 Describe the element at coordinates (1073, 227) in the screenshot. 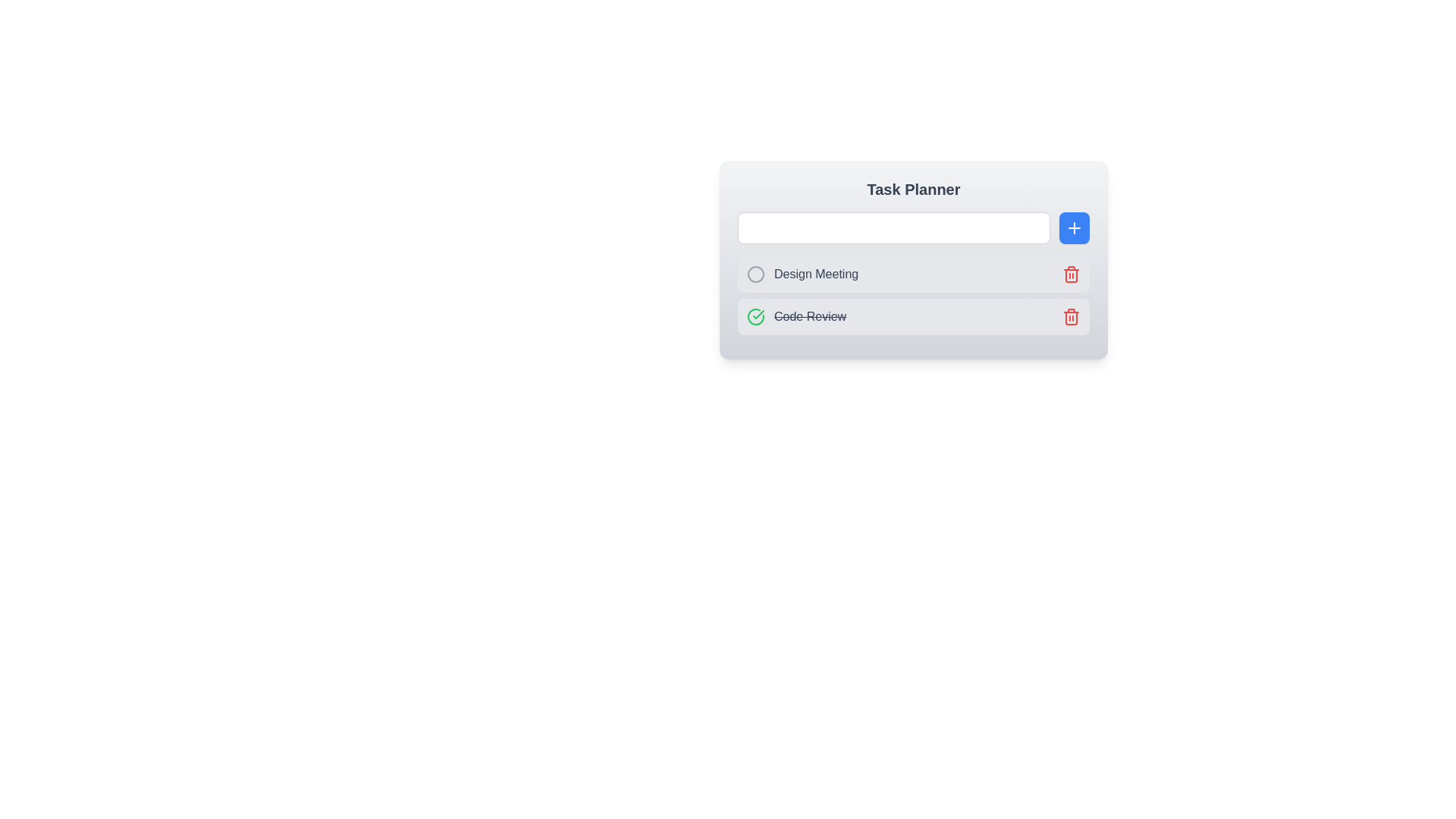

I see `the blue button located to the right of the 'Task Planner' input field` at that location.